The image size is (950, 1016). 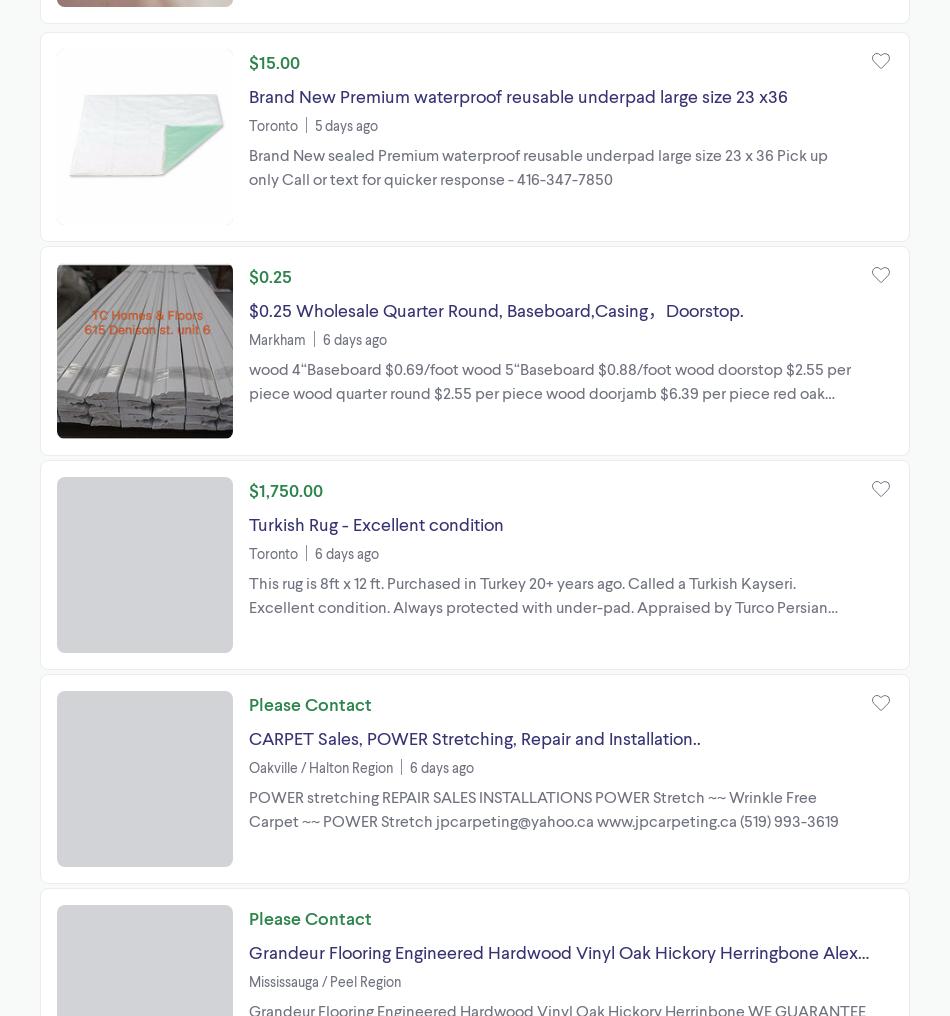 I want to click on '$1,750.00', so click(x=285, y=489).